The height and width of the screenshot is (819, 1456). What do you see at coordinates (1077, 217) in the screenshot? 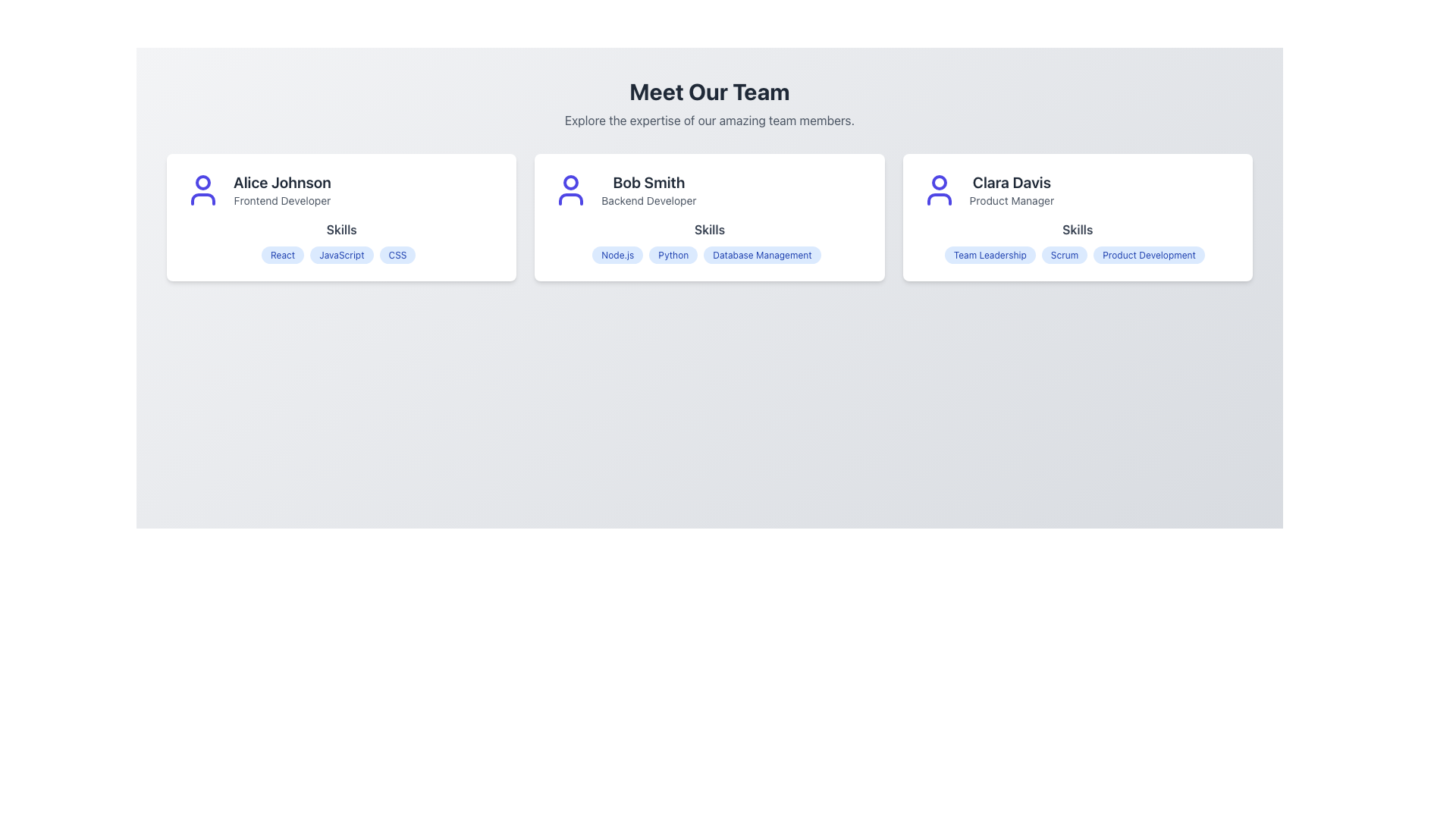
I see `information displayed on the Profile Card of Clara Davis, located at the far-right side of the 'Meet Our Team' grid` at bounding box center [1077, 217].